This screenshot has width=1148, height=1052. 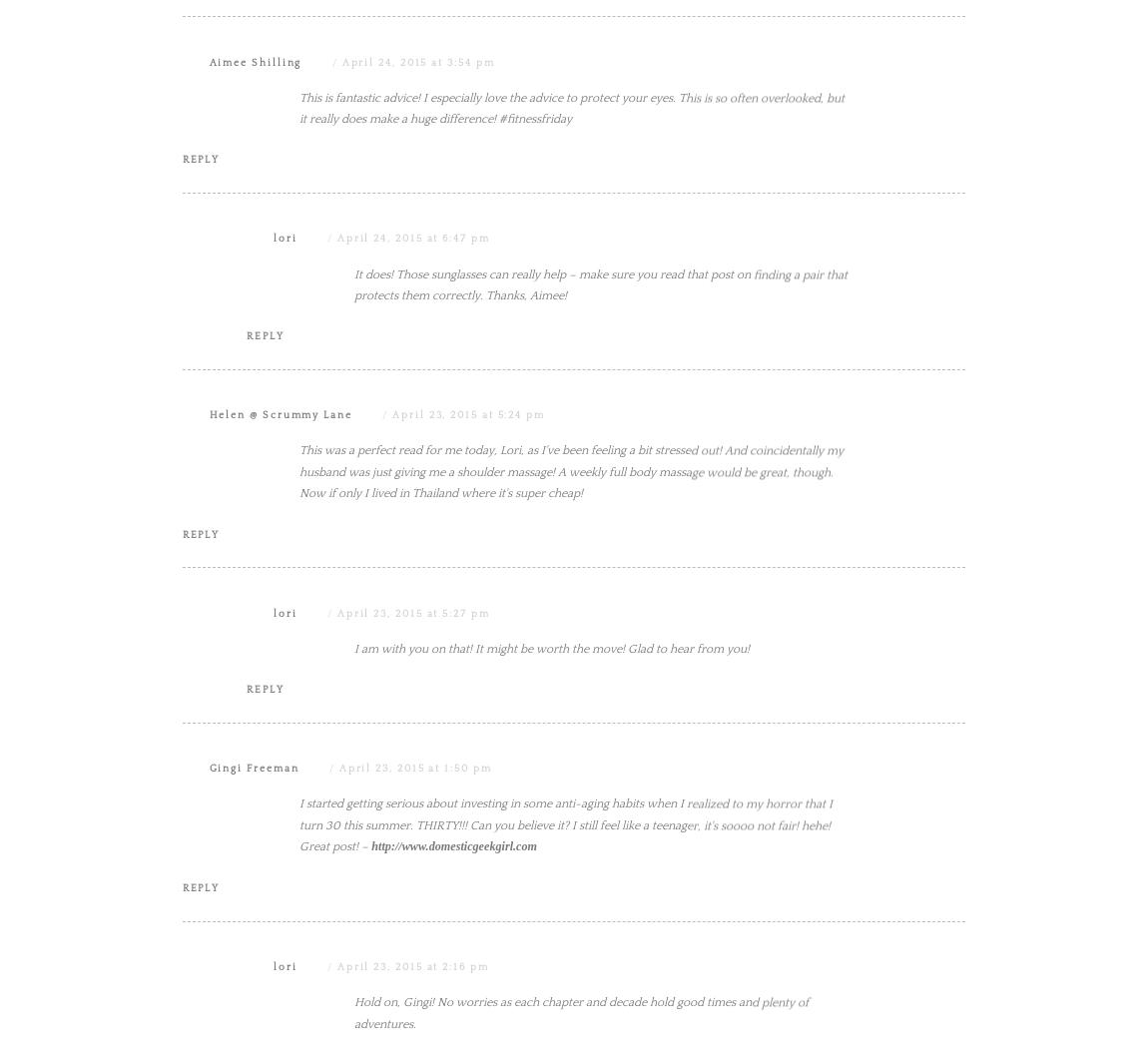 I want to click on 'Helen @ Scrummy Lane', so click(x=279, y=615).